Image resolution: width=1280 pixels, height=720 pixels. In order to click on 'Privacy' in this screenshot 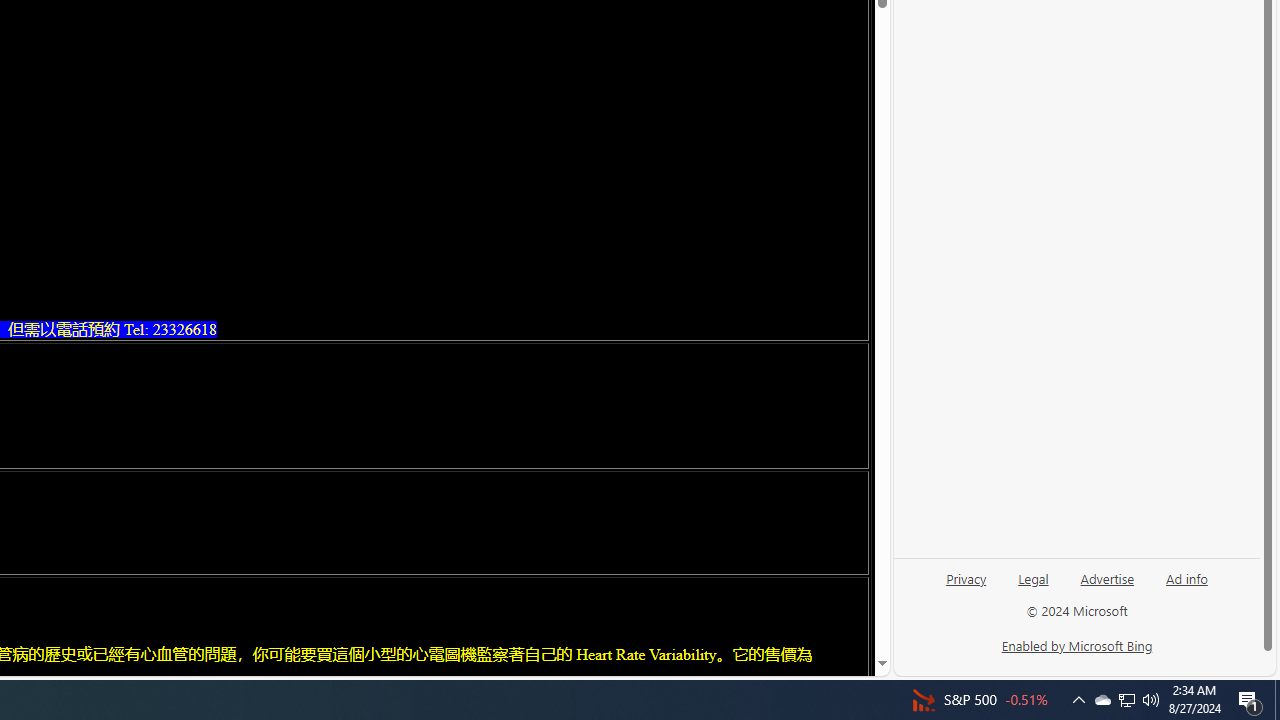, I will do `click(967, 585)`.